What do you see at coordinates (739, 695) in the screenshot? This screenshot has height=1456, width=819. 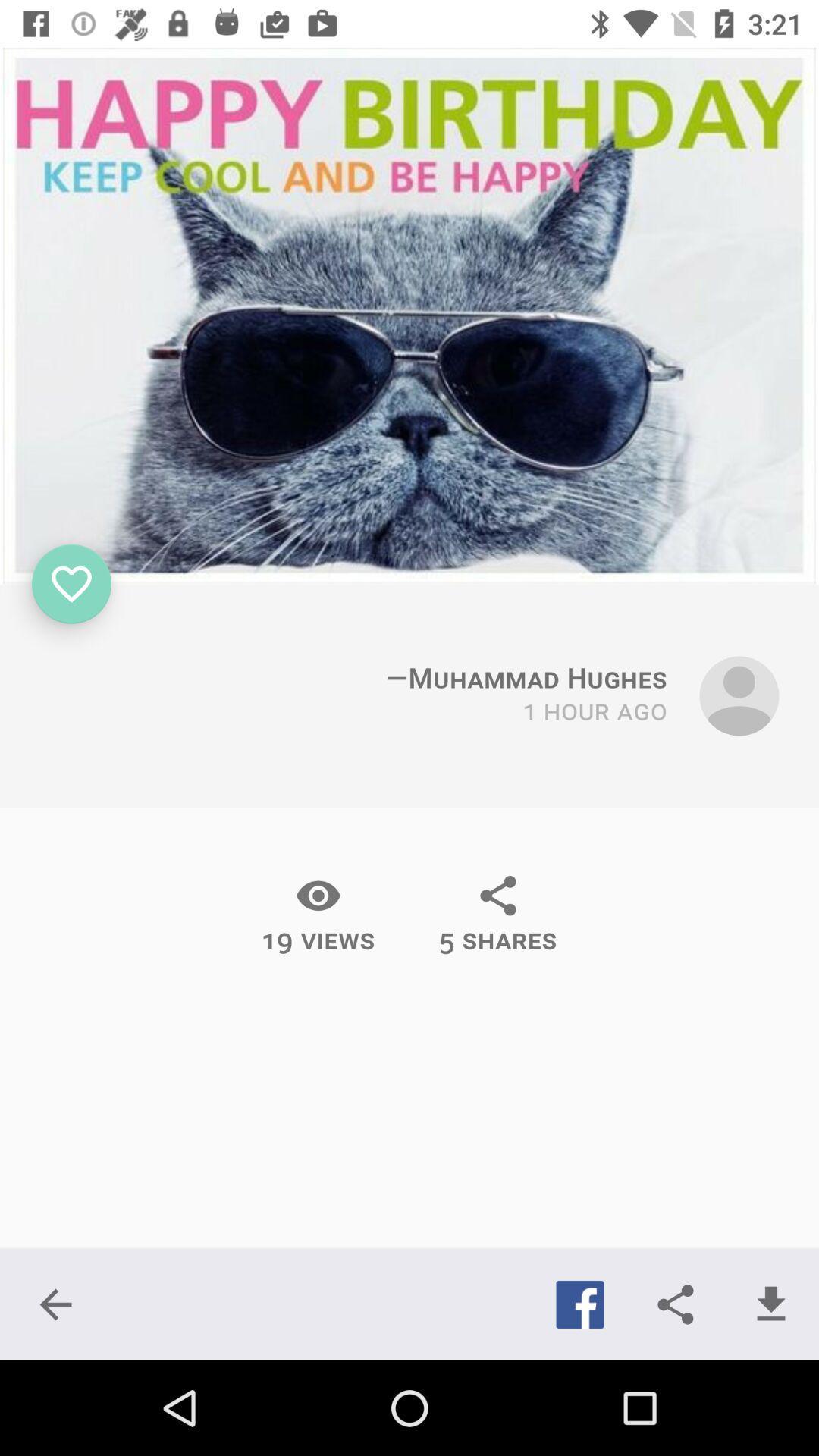 I see `the icon which is after muhammad hughes on a page` at bounding box center [739, 695].